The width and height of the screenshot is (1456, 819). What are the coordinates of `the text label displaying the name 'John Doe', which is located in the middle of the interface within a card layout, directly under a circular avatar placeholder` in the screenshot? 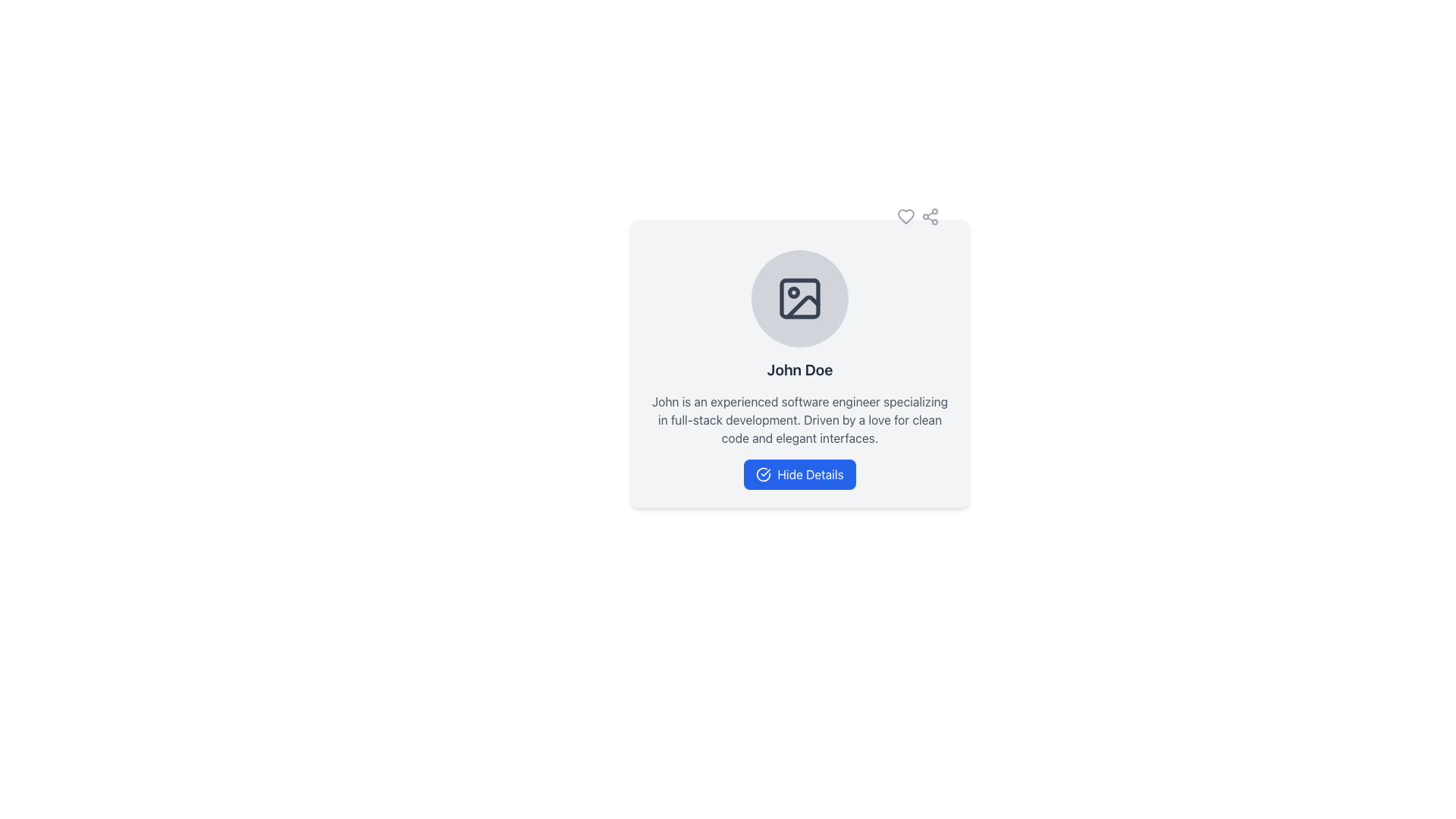 It's located at (799, 370).